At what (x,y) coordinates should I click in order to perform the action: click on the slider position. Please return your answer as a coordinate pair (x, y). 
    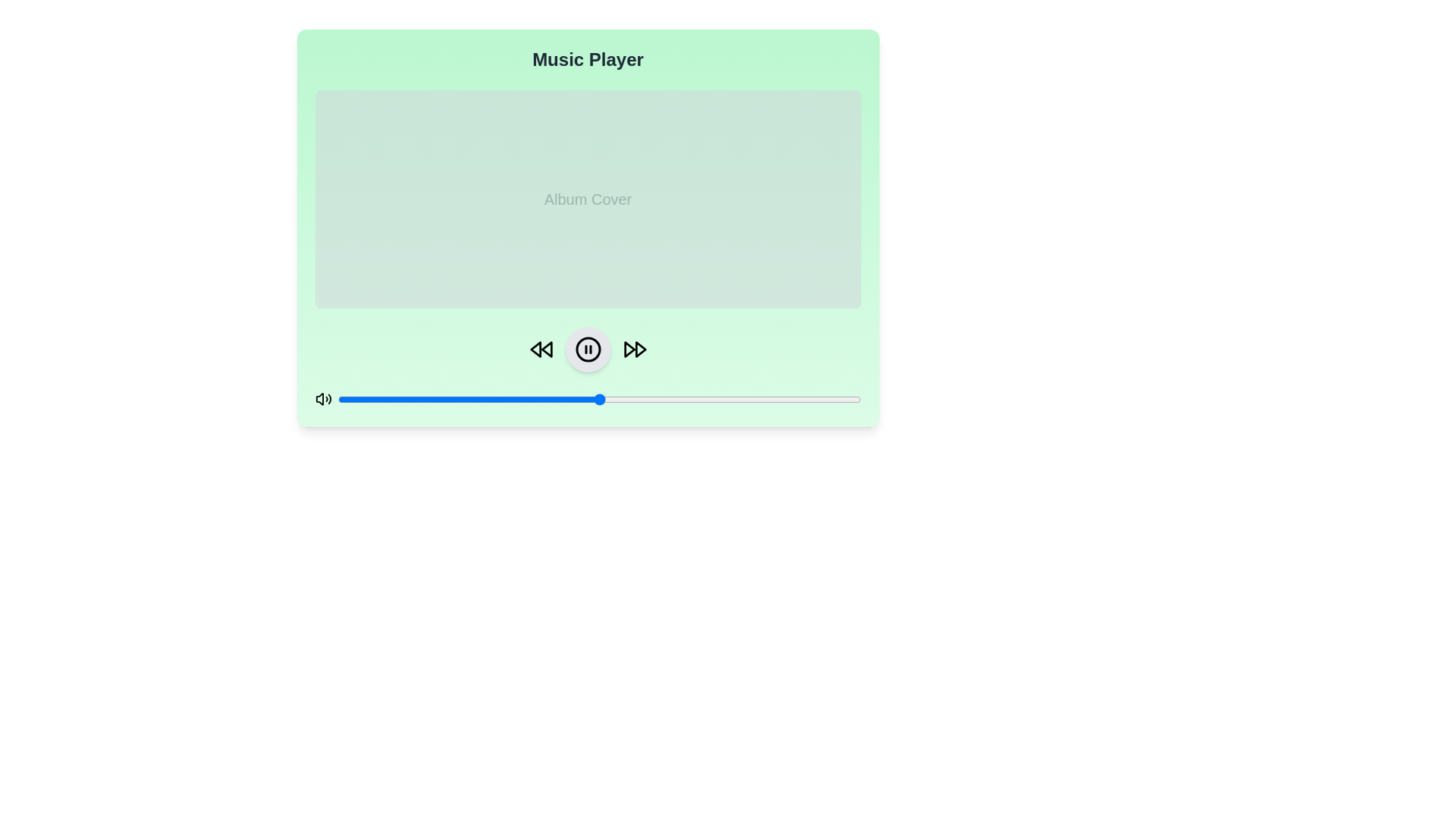
    Looking at the image, I should click on (682, 399).